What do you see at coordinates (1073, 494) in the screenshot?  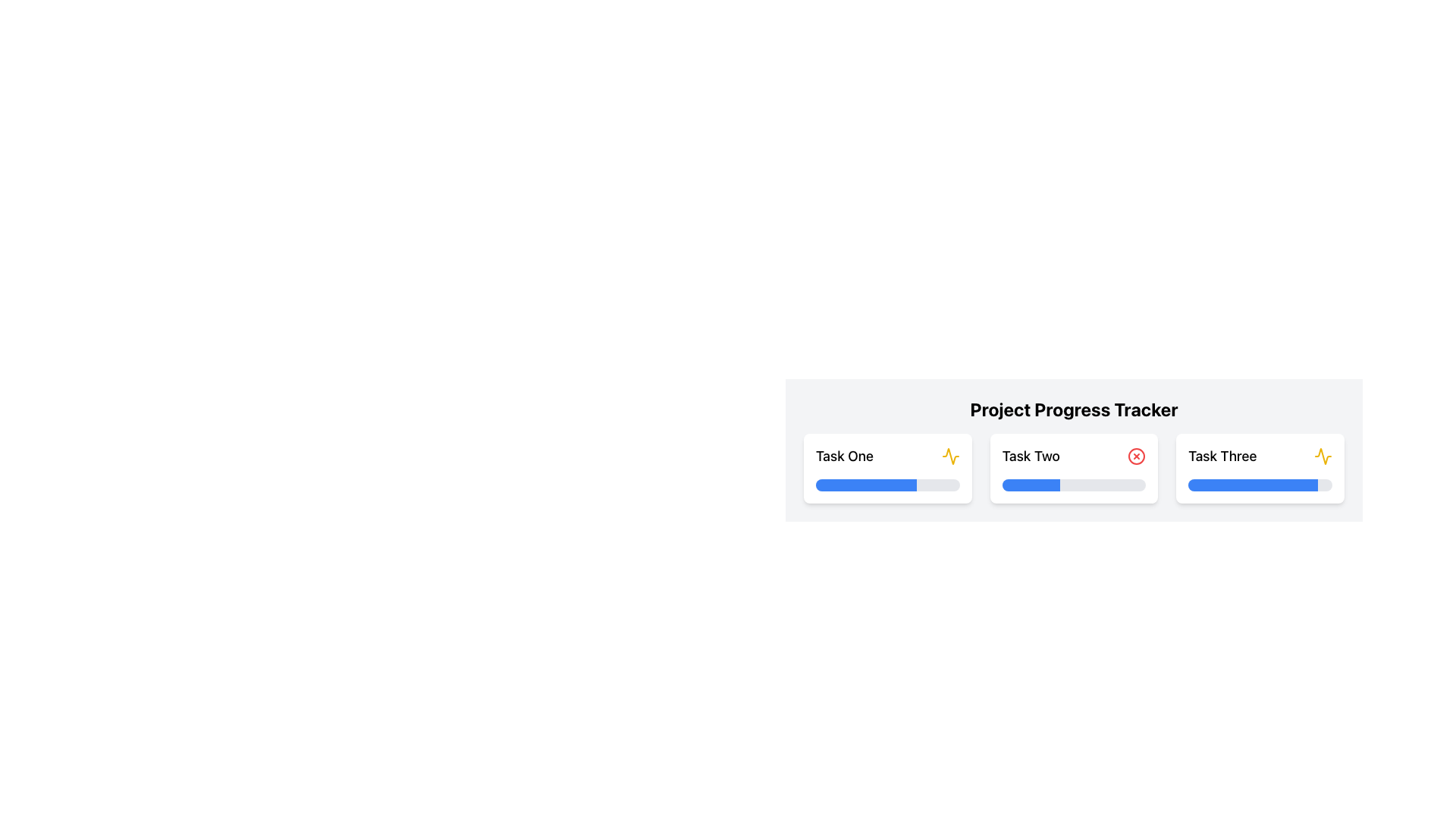 I see `the progress visually in the Progress Tracker Section, specifically focusing on the second section labeled 'Task Two'` at bounding box center [1073, 494].